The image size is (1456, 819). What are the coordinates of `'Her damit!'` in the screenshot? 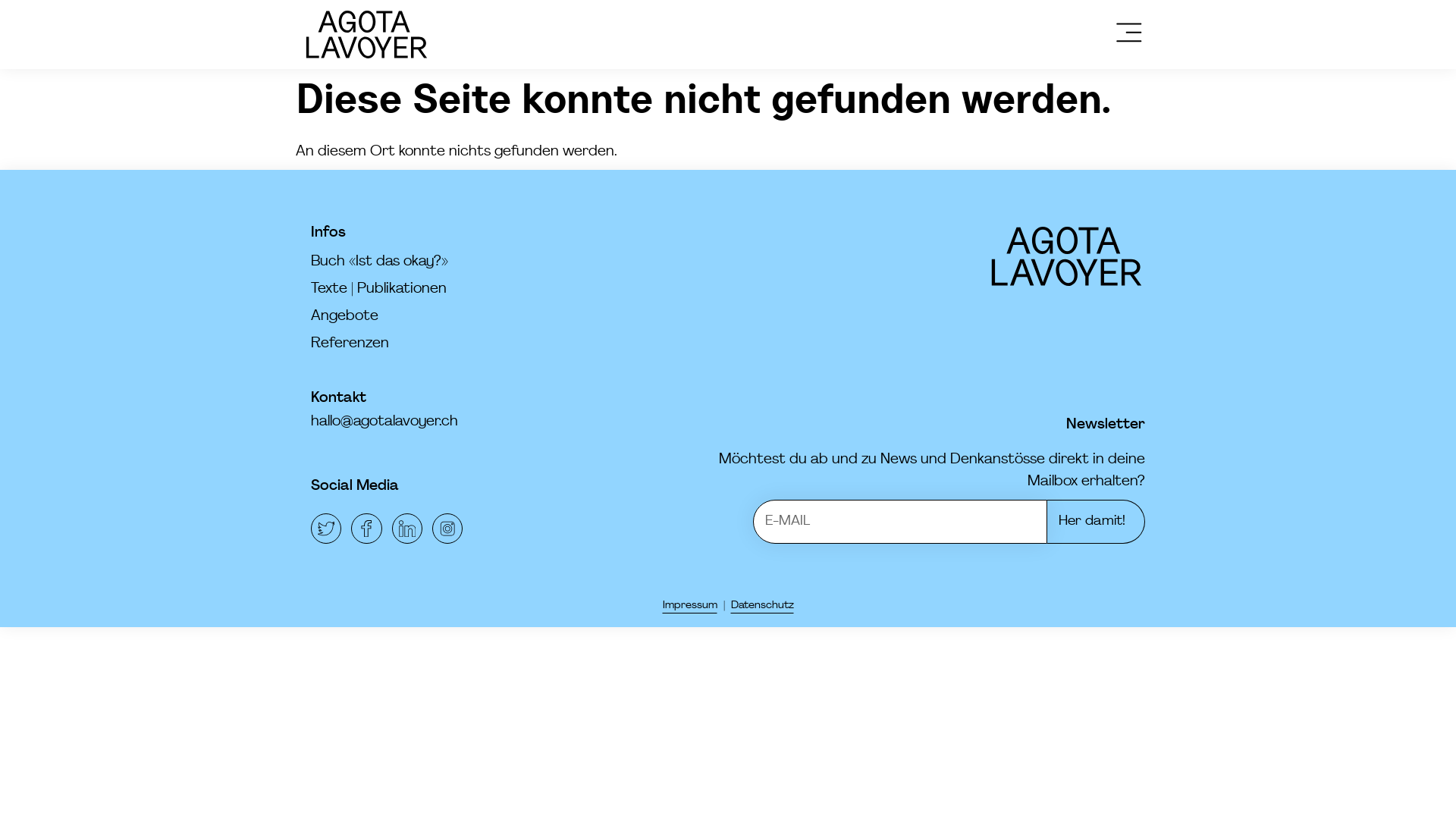 It's located at (1096, 520).